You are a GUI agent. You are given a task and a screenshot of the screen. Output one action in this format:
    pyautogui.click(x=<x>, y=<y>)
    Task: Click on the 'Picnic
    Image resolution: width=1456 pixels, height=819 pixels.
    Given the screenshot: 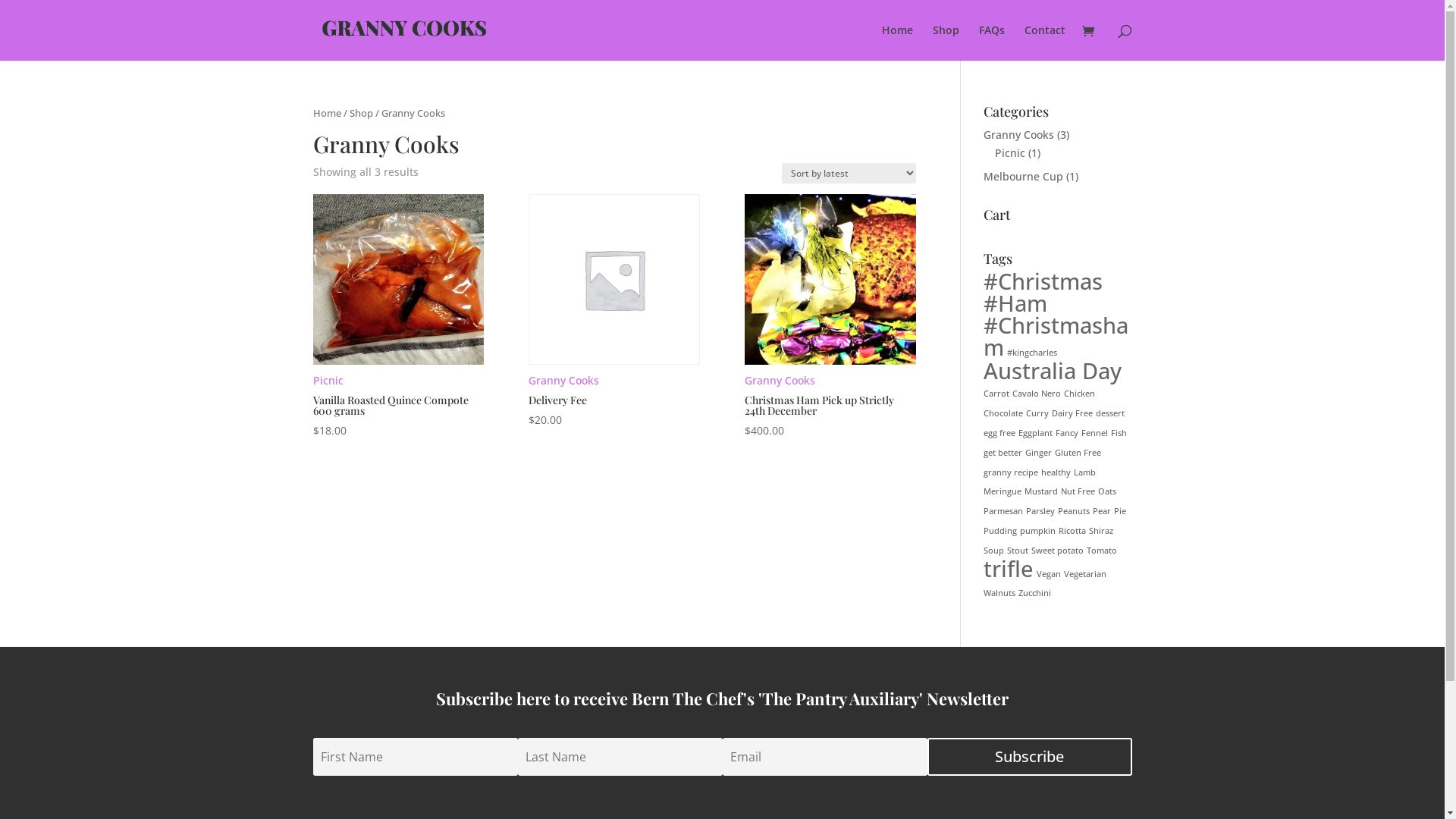 What is the action you would take?
    pyautogui.click(x=397, y=315)
    